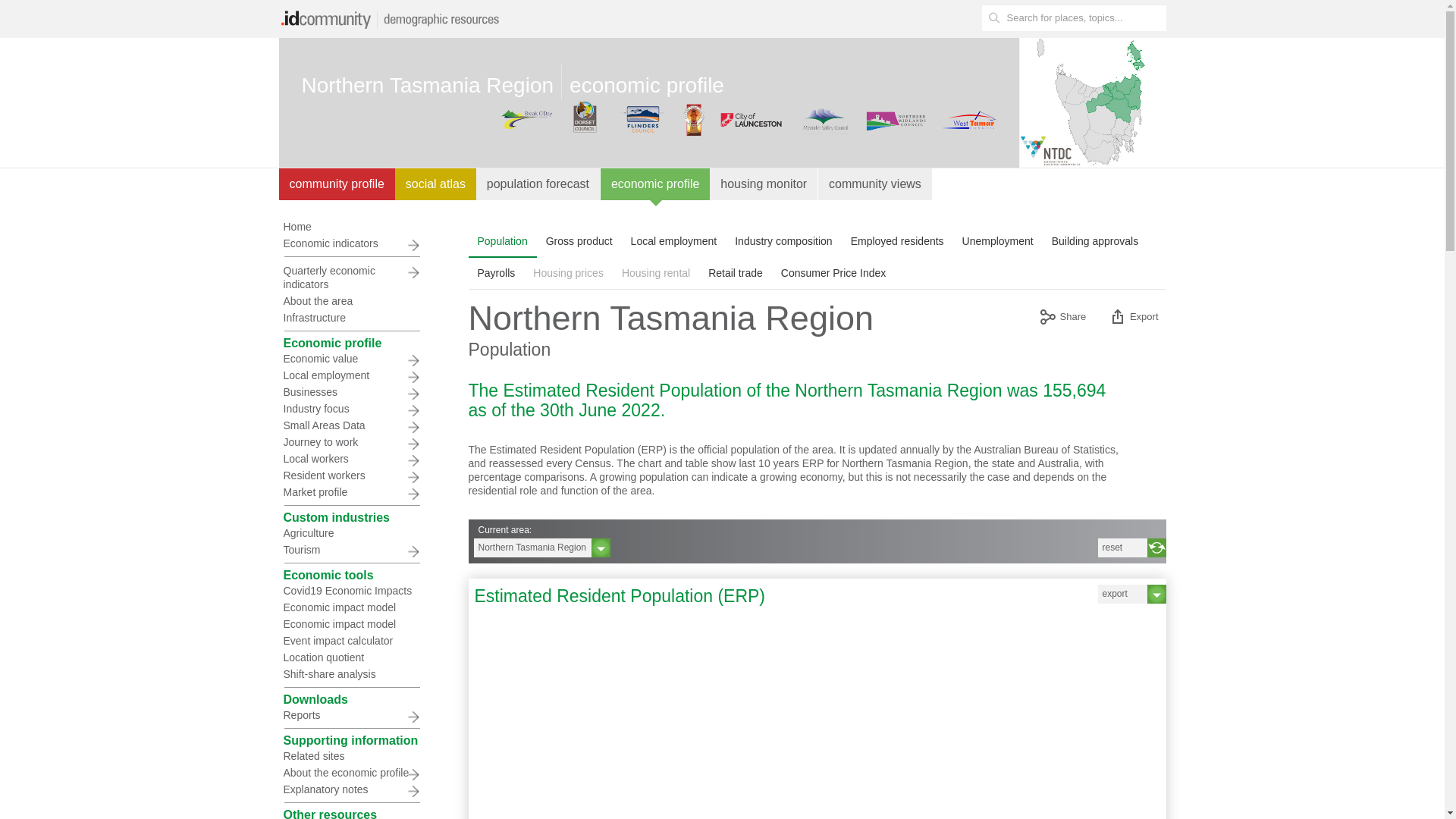 The image size is (1456, 819). What do you see at coordinates (350, 550) in the screenshot?
I see `'Tourism` at bounding box center [350, 550].